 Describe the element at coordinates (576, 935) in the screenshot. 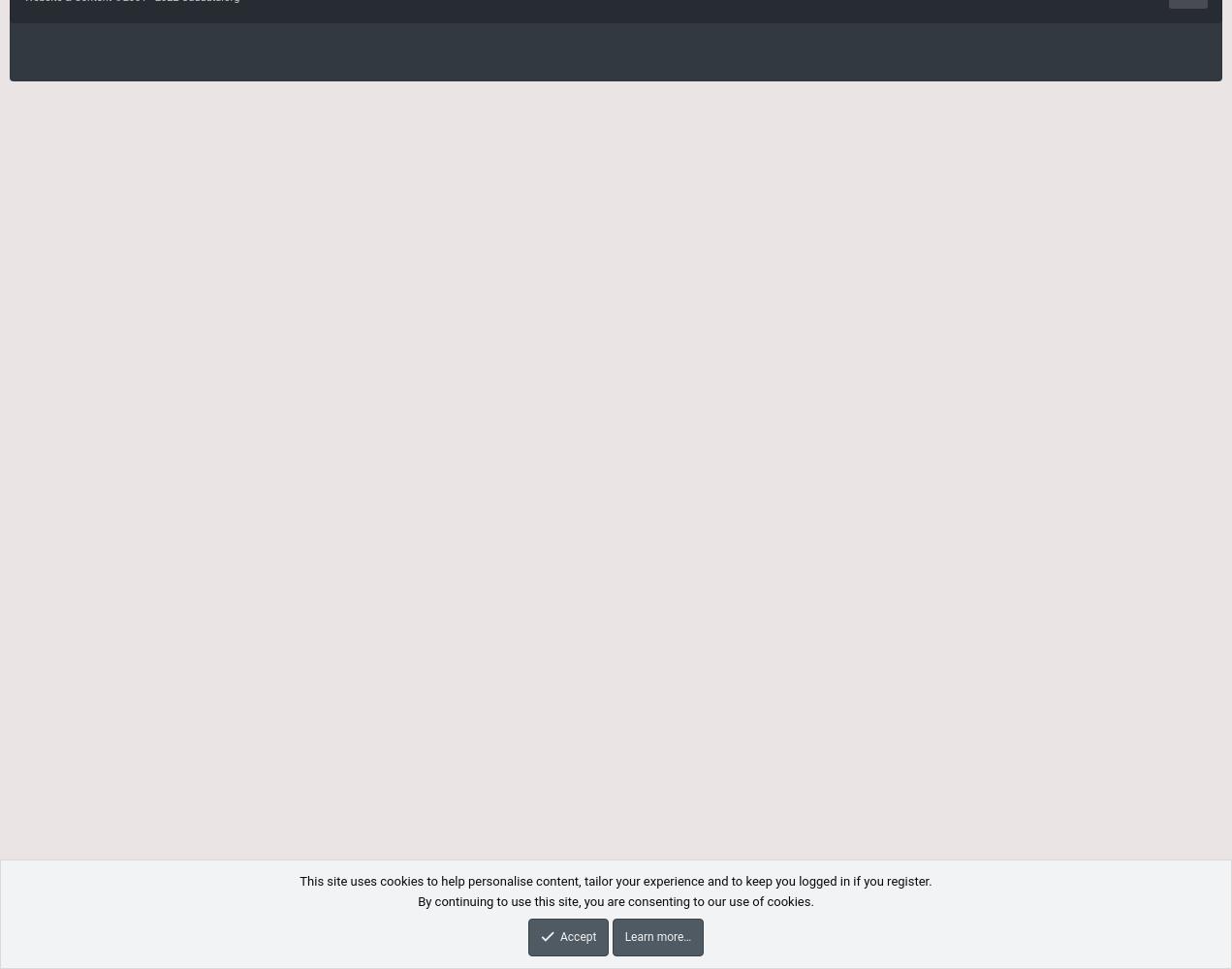

I see `'Accept'` at that location.